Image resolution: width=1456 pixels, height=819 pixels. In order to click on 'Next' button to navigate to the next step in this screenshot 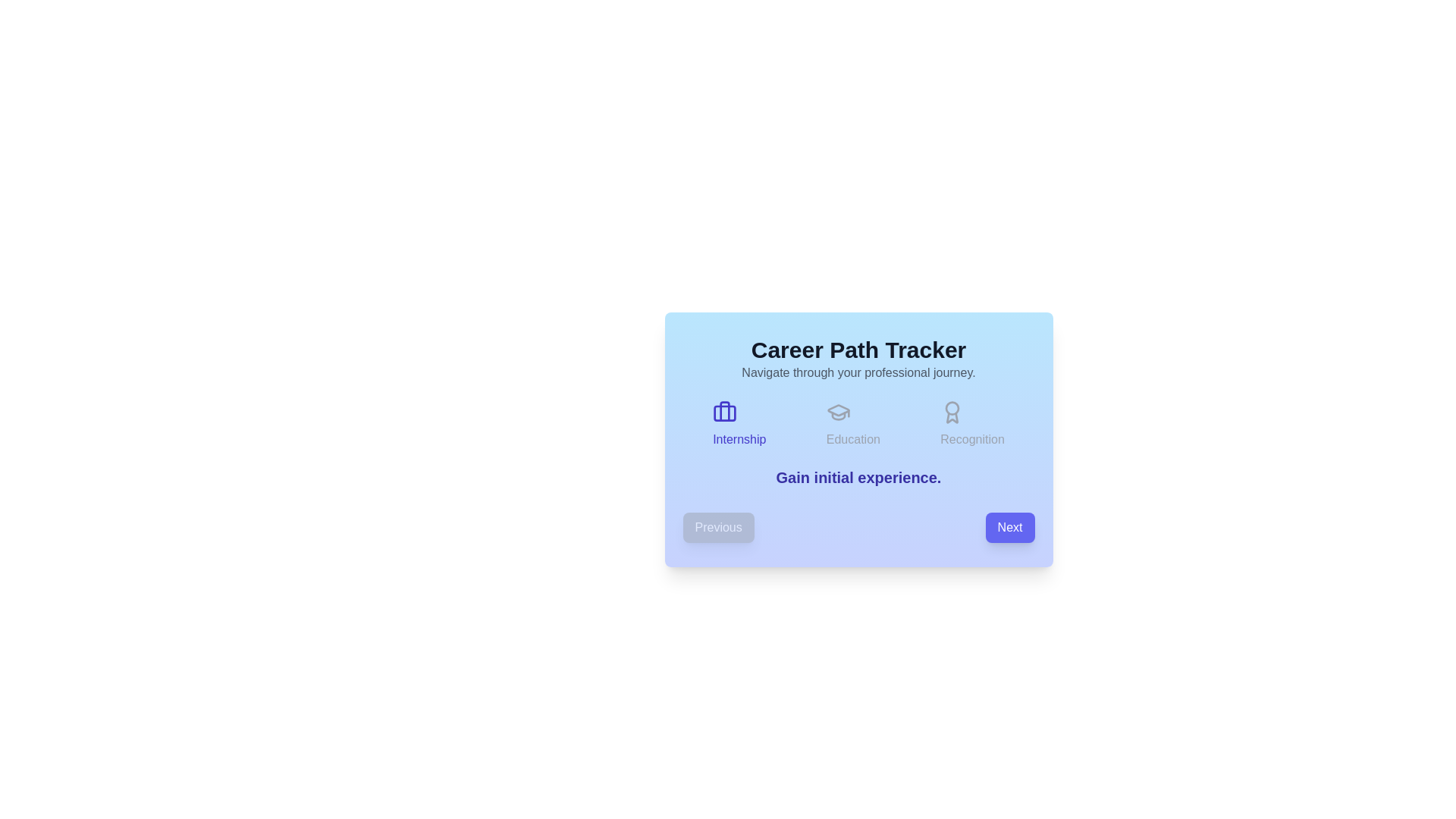, I will do `click(1009, 526)`.